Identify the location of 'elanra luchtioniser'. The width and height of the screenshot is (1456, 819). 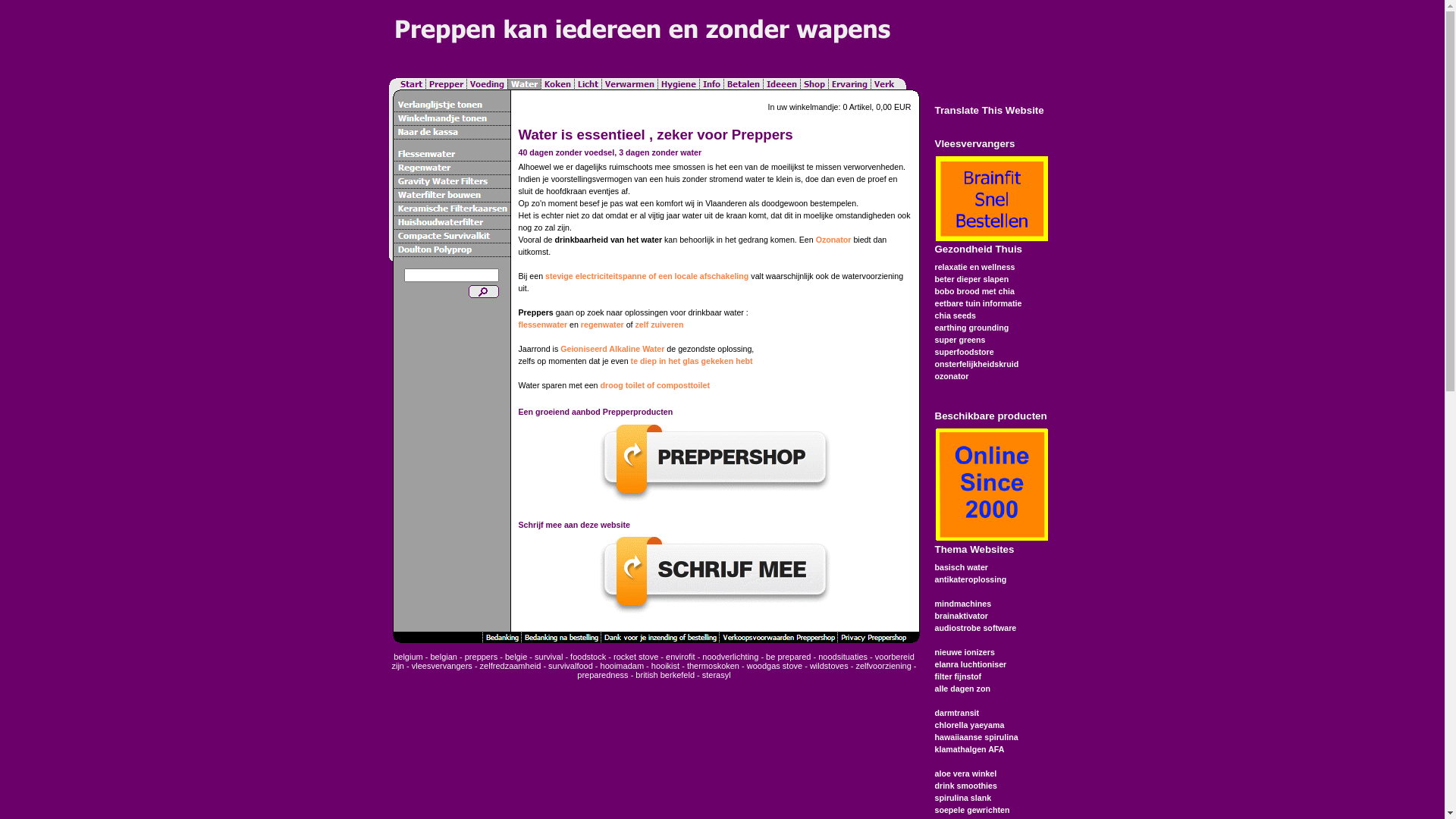
(934, 663).